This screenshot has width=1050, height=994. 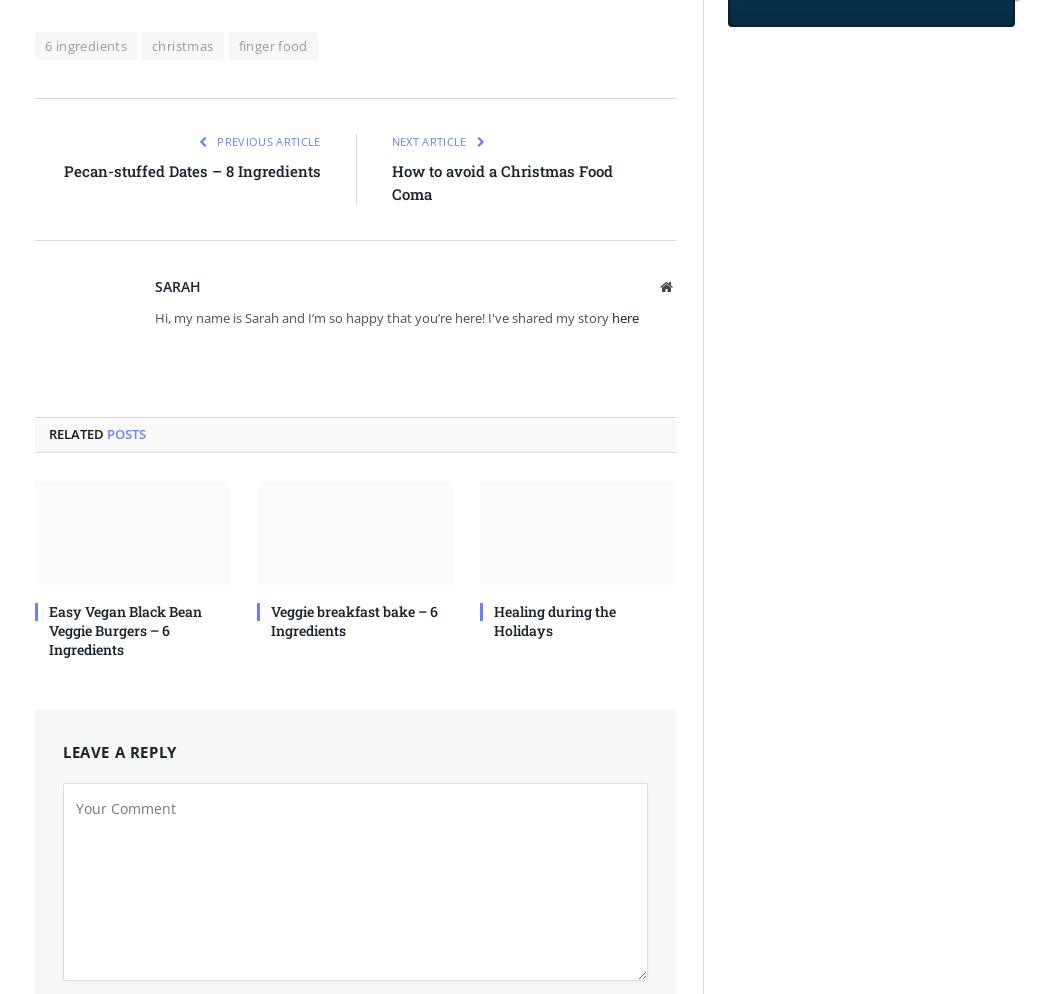 What do you see at coordinates (391, 181) in the screenshot?
I see `'How to avoid a Christmas Food Coma'` at bounding box center [391, 181].